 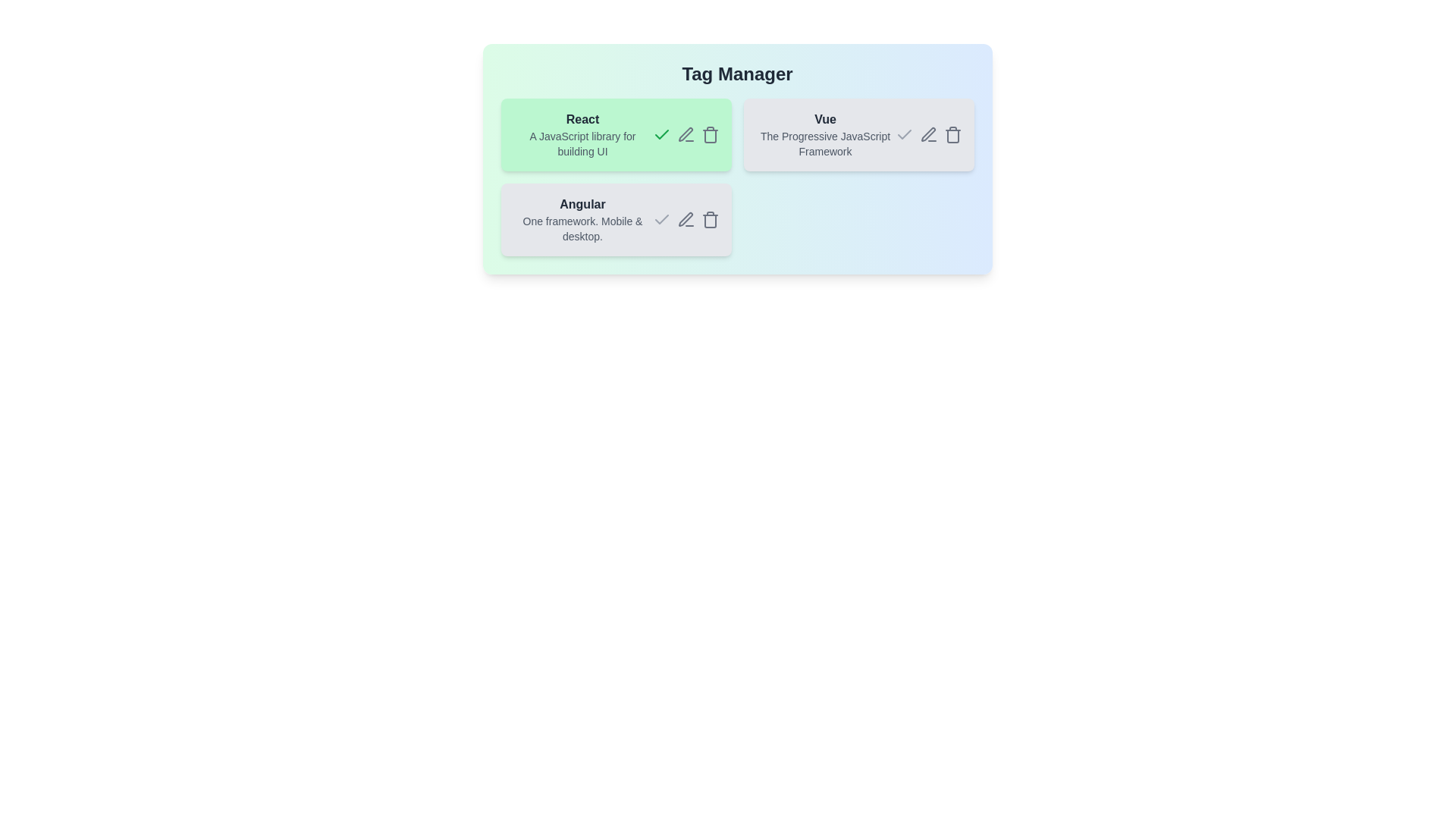 What do you see at coordinates (824, 133) in the screenshot?
I see `the tag Vue to observe its interactive effects` at bounding box center [824, 133].